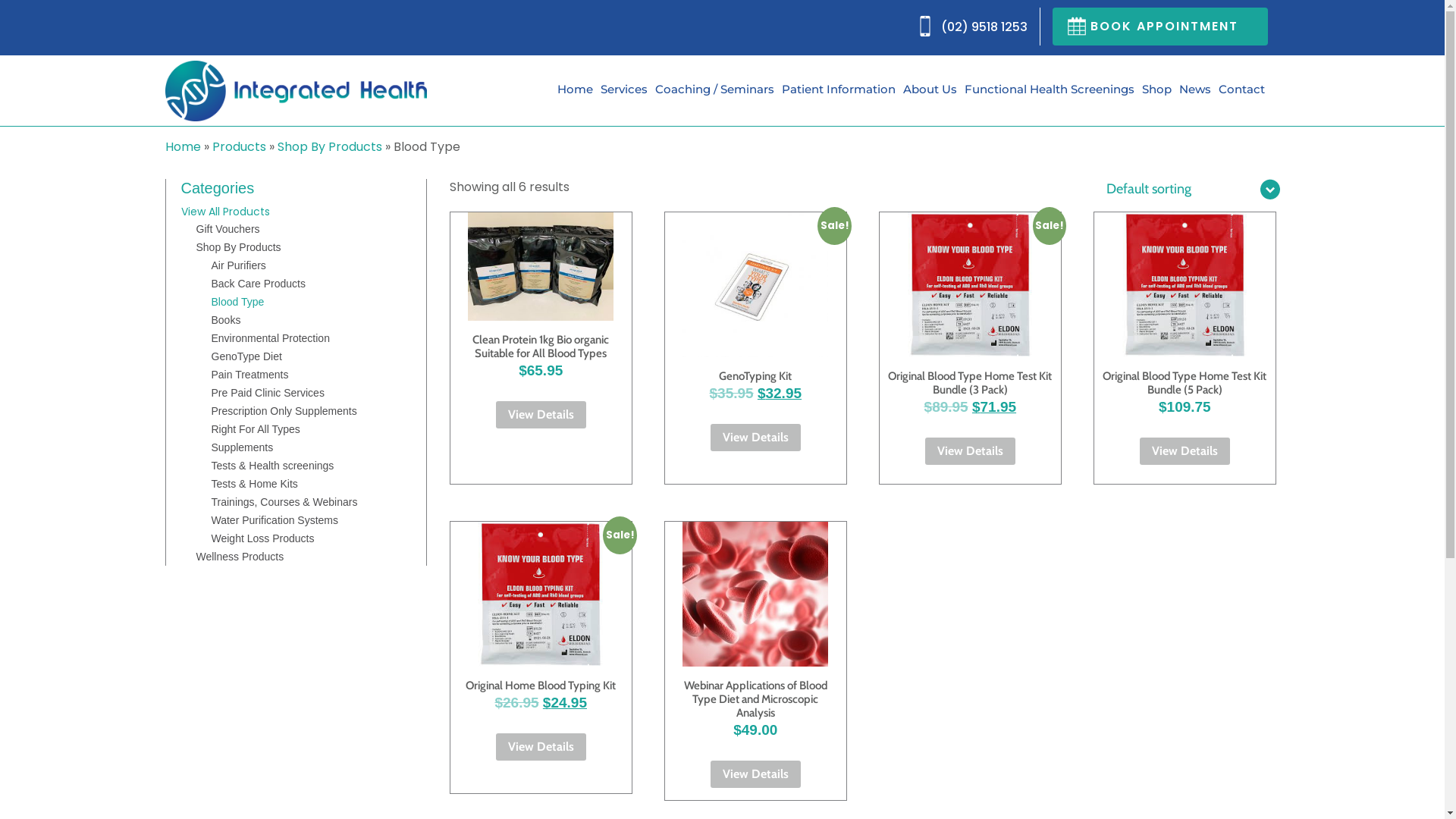 The image size is (1456, 819). I want to click on 'Environmental Protection', so click(269, 337).